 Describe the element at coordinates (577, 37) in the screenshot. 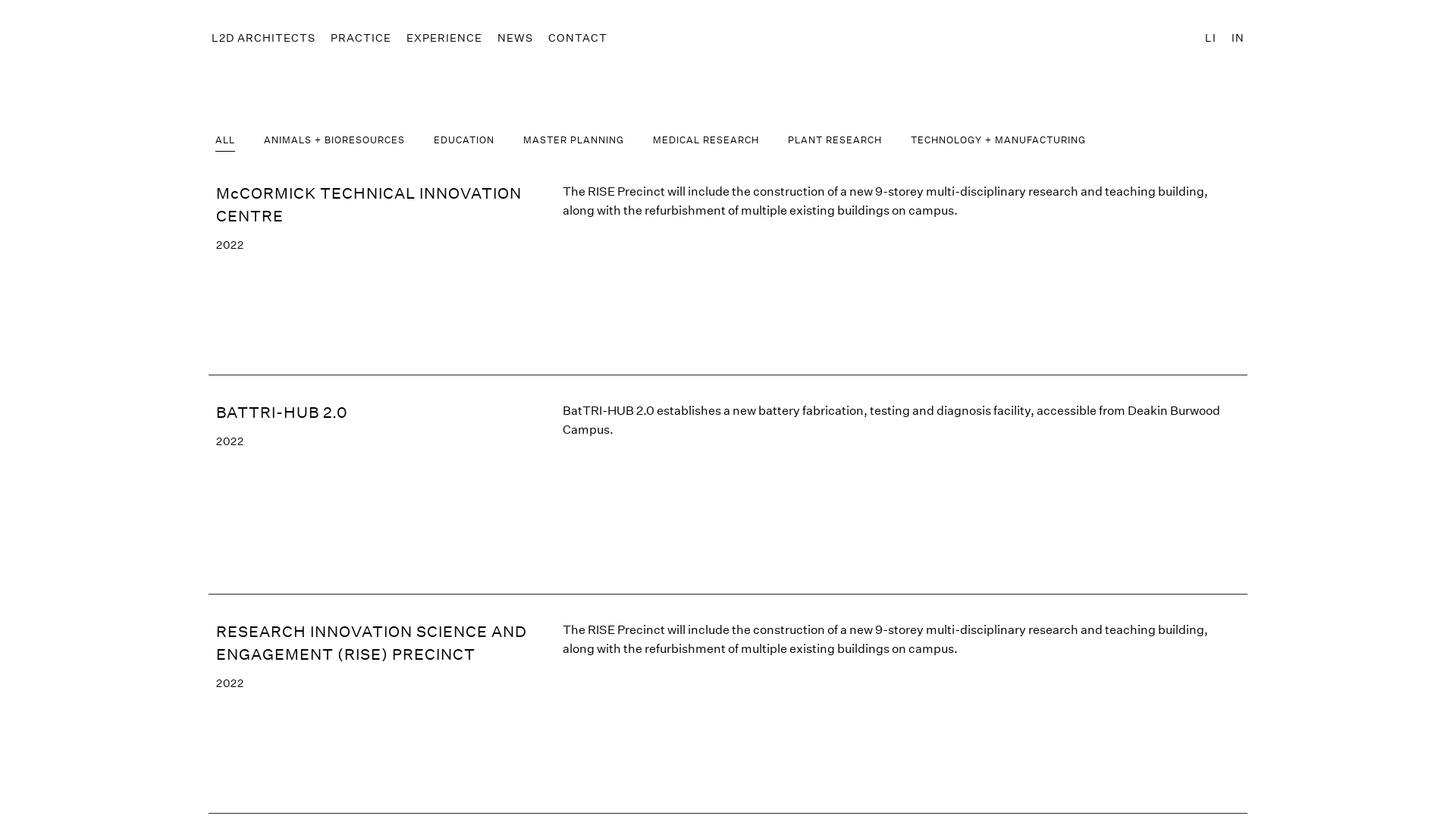

I see `'CONTACT'` at that location.